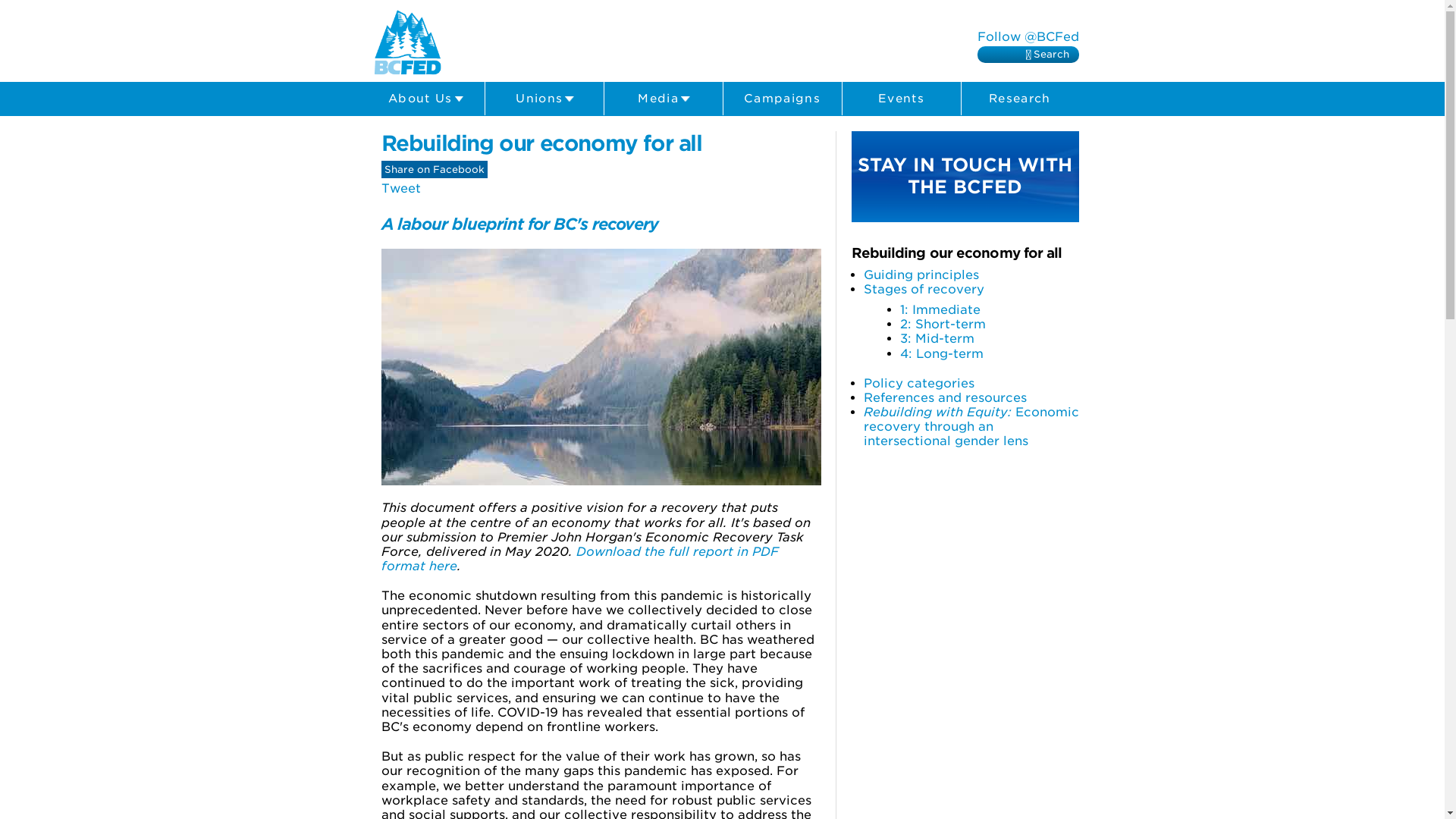  What do you see at coordinates (920, 275) in the screenshot?
I see `'Guiding principles'` at bounding box center [920, 275].